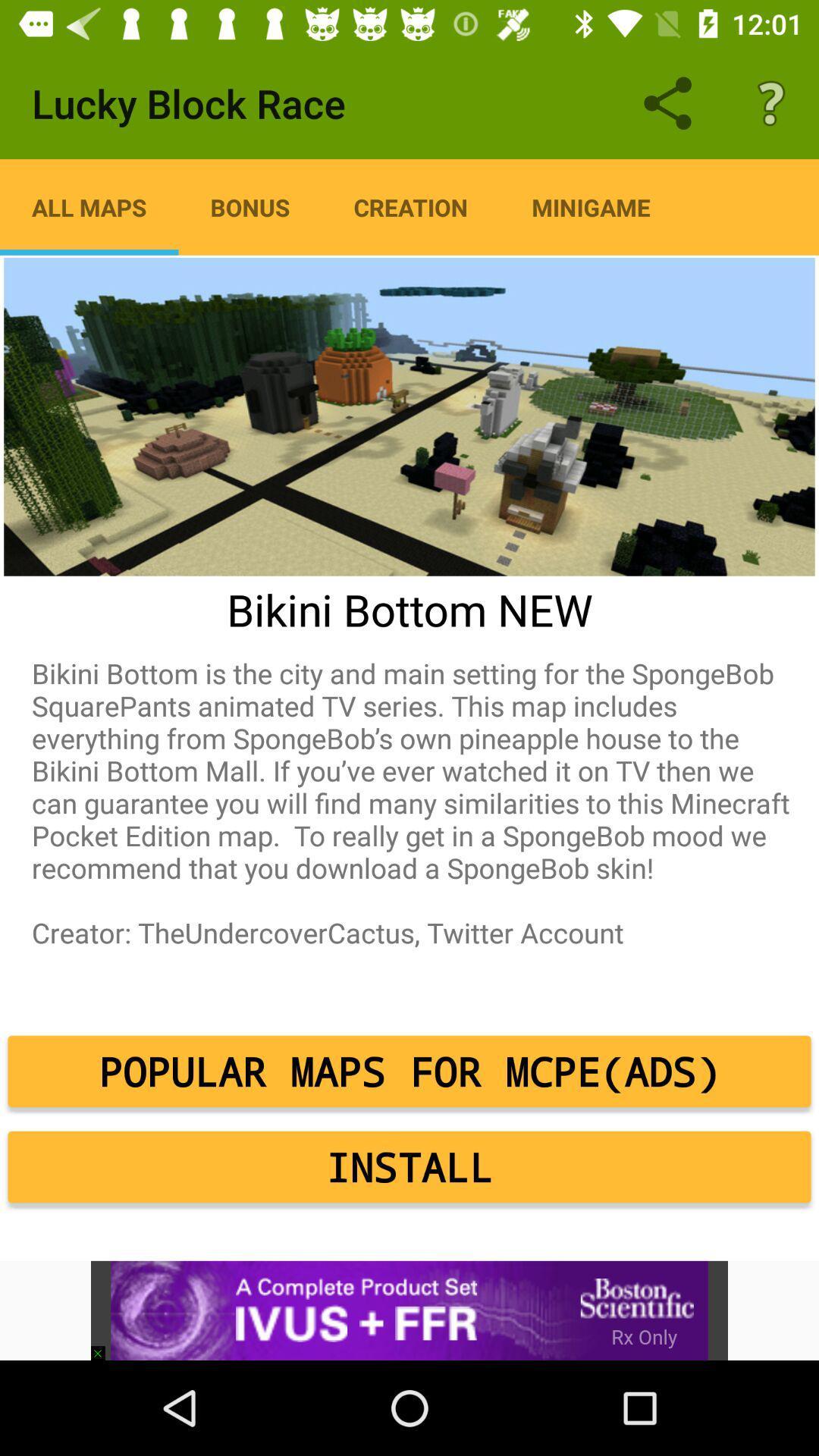  Describe the element at coordinates (409, 1166) in the screenshot. I see `item below popular maps for item` at that location.